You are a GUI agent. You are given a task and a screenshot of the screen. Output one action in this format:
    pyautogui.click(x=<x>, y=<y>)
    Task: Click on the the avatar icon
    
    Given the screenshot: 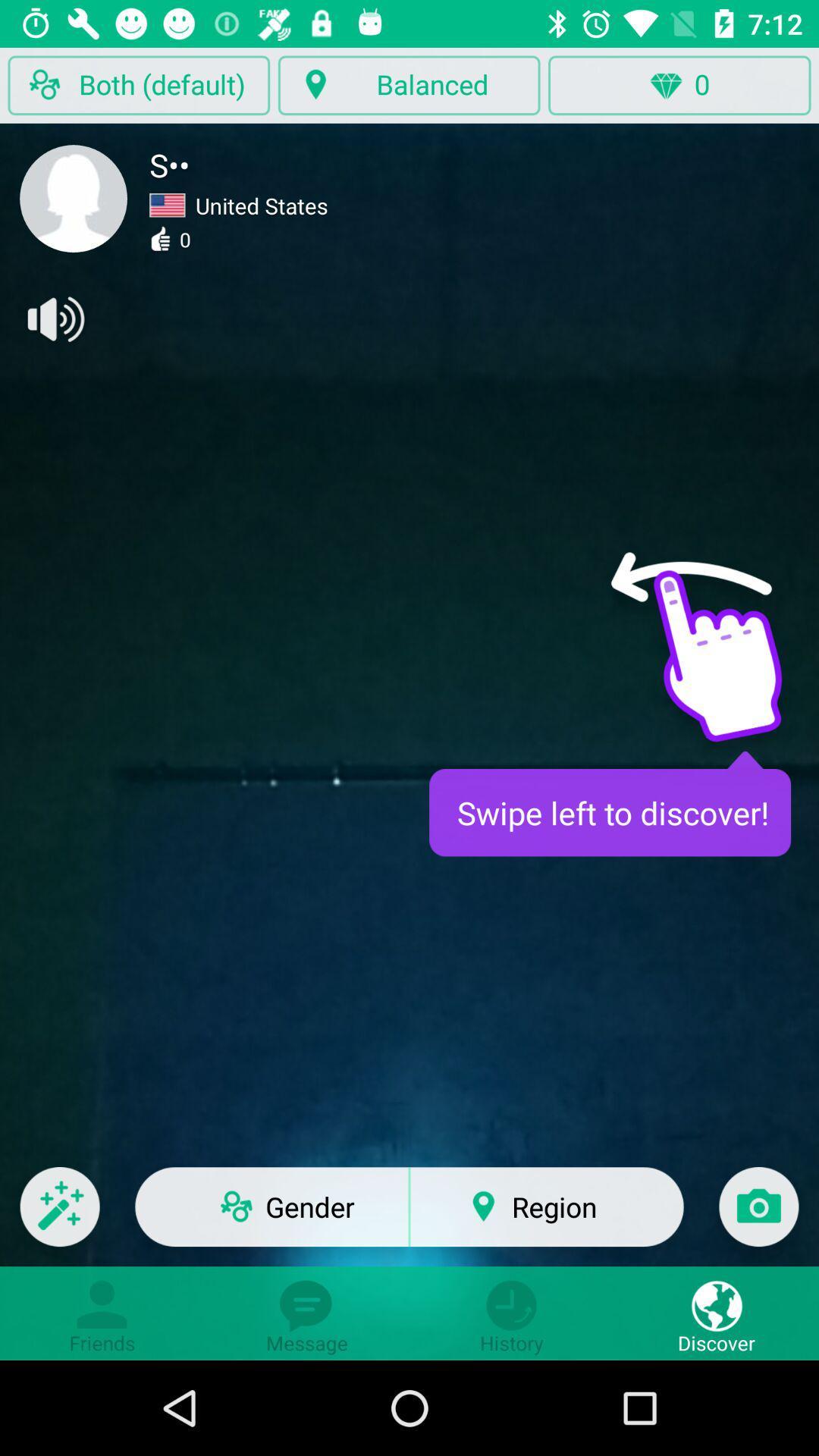 What is the action you would take?
    pyautogui.click(x=74, y=198)
    